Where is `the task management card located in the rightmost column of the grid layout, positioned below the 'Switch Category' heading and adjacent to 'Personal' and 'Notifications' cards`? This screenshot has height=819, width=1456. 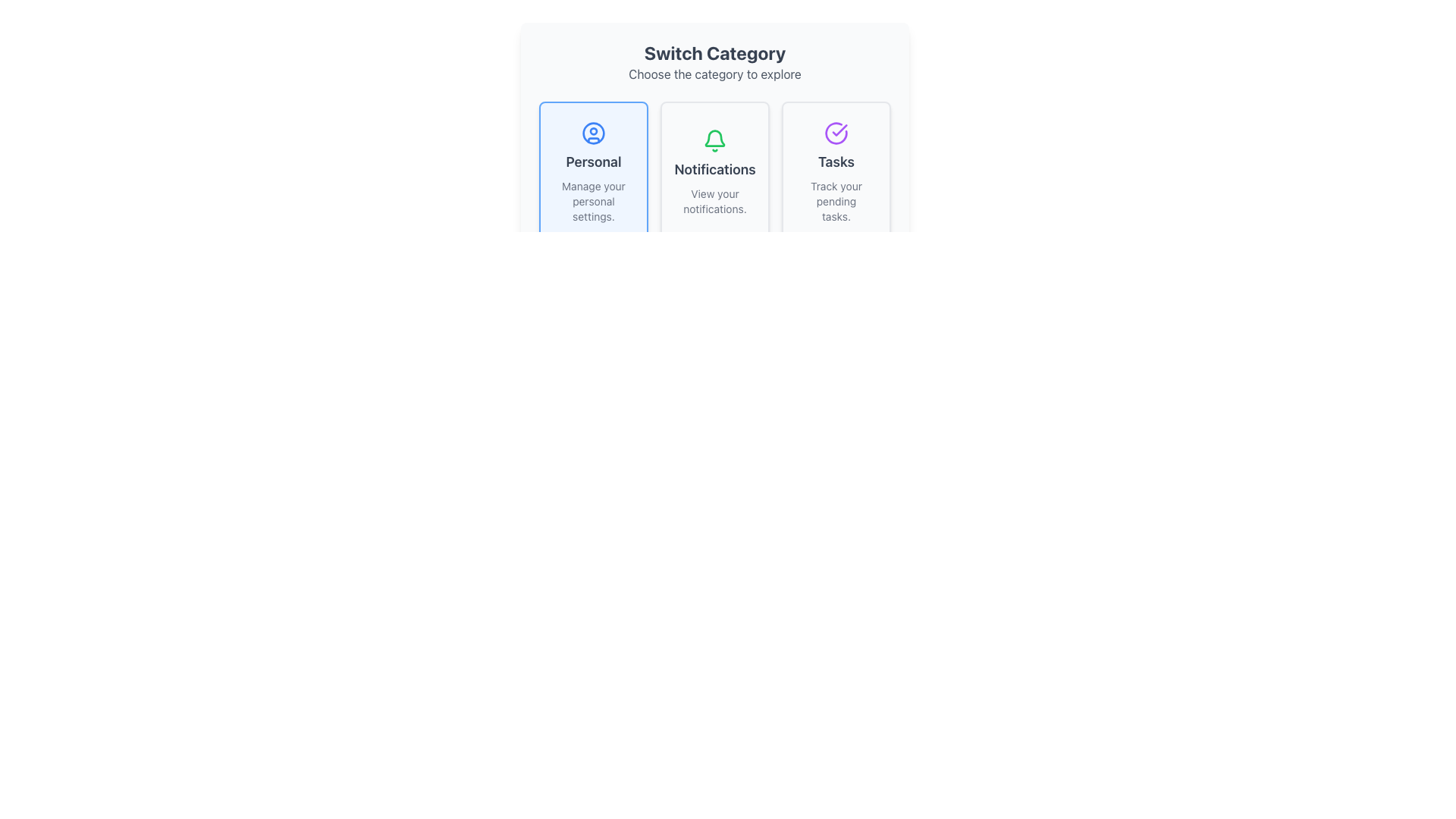 the task management card located in the rightmost column of the grid layout, positioned below the 'Switch Category' heading and adjacent to 'Personal' and 'Notifications' cards is located at coordinates (836, 171).